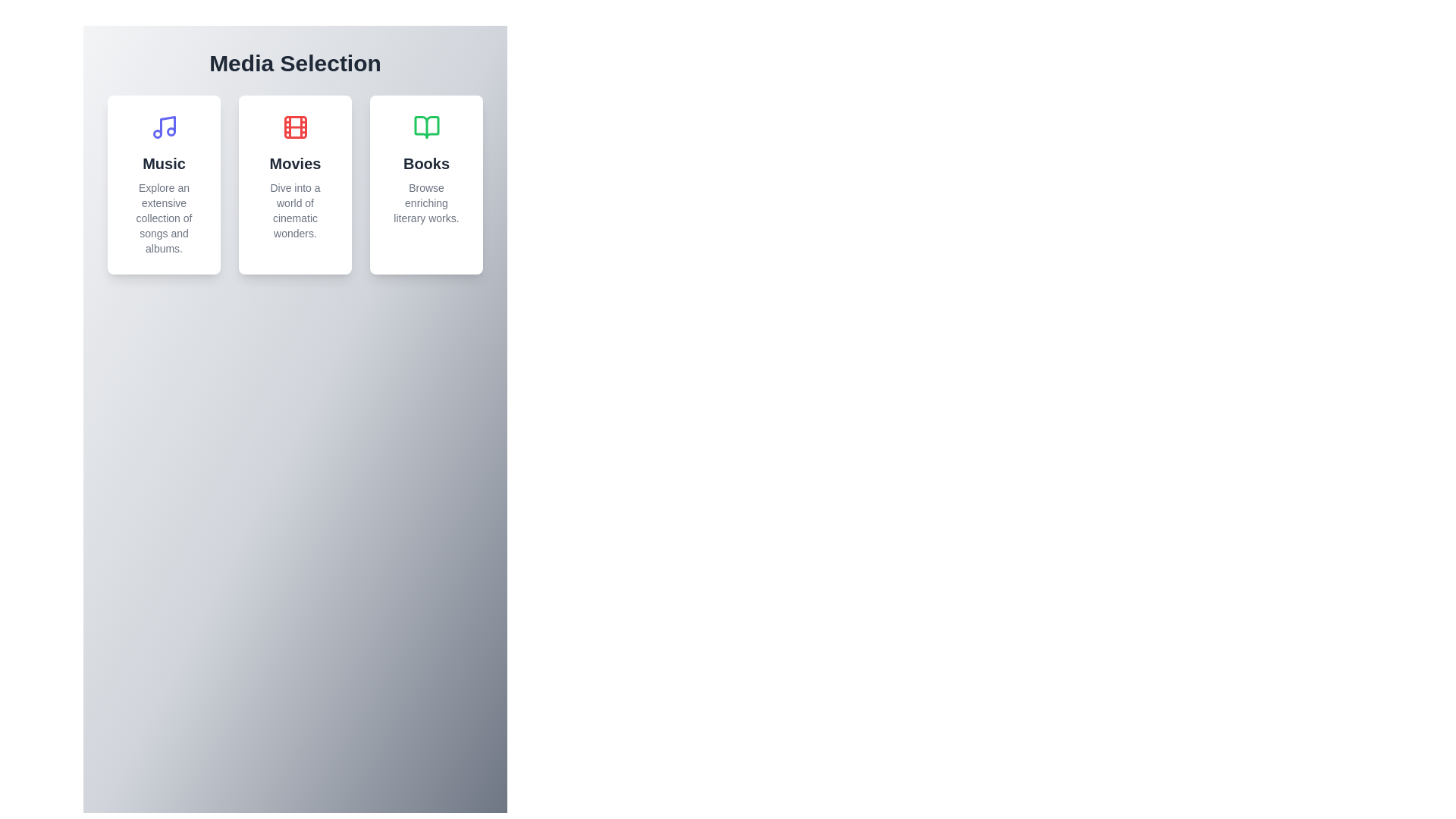  Describe the element at coordinates (295, 127) in the screenshot. I see `the first decorative rectangle in the 'Movies' card, which enhances the visual representation of the 'Movies' category` at that location.